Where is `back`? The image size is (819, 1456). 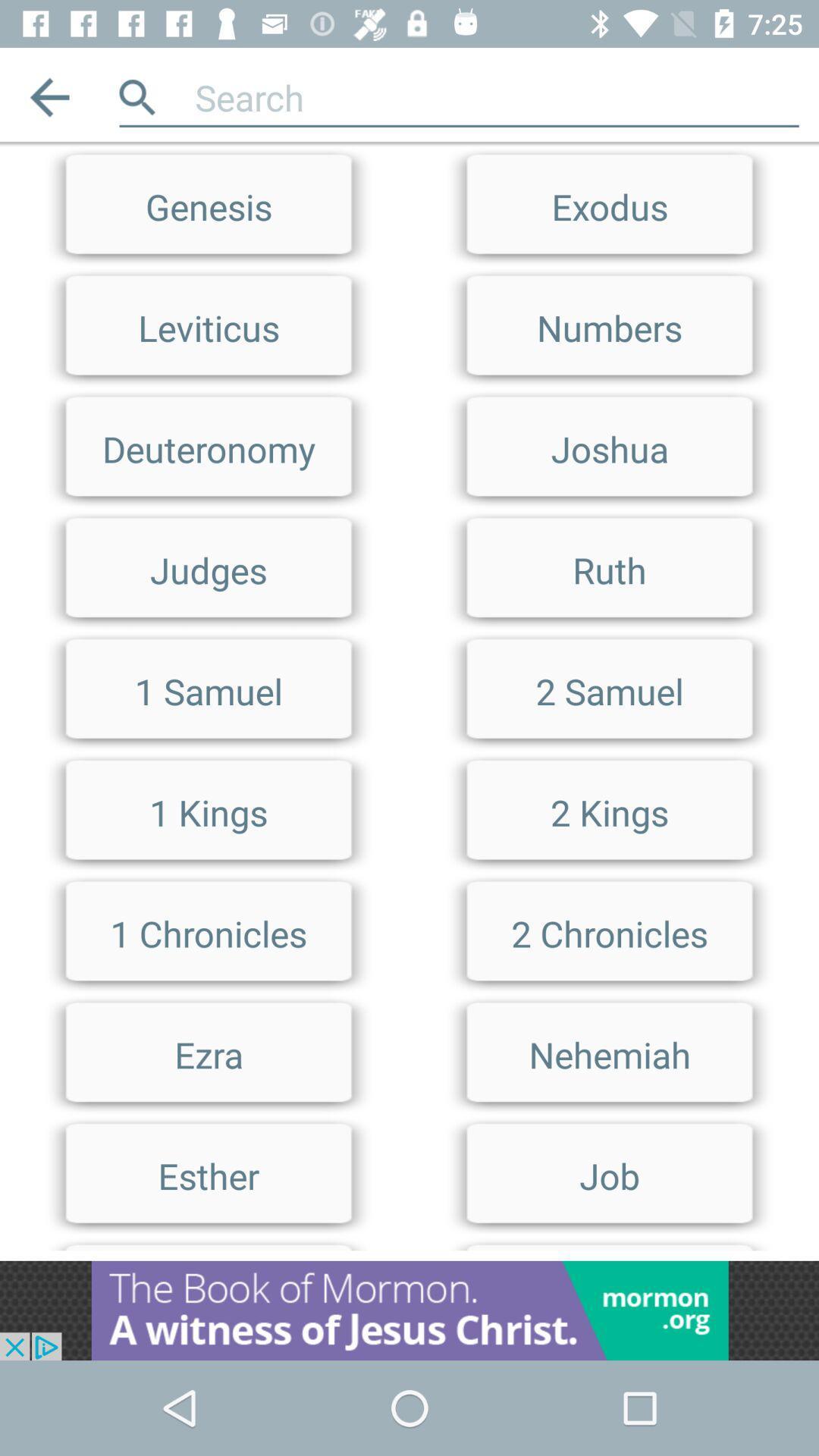 back is located at coordinates (49, 96).